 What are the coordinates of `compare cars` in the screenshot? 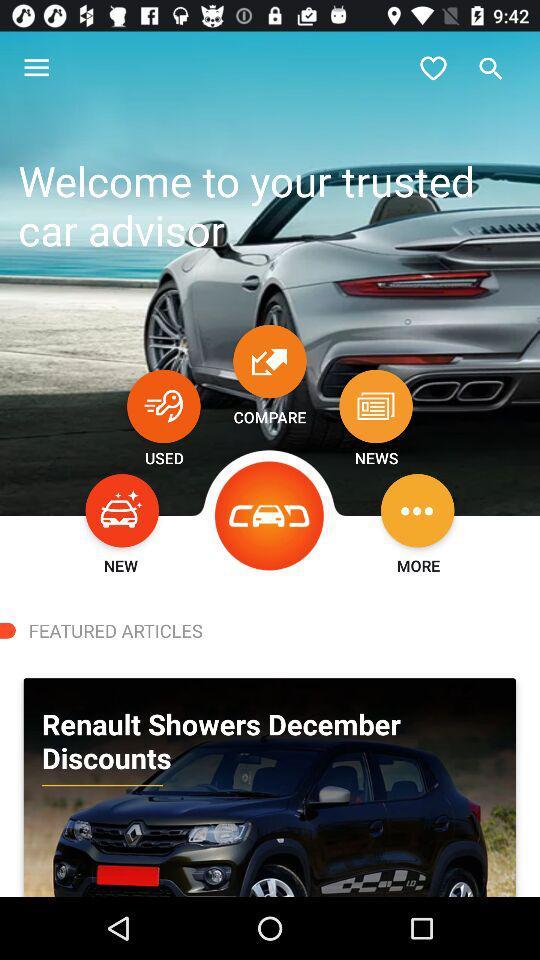 It's located at (270, 360).